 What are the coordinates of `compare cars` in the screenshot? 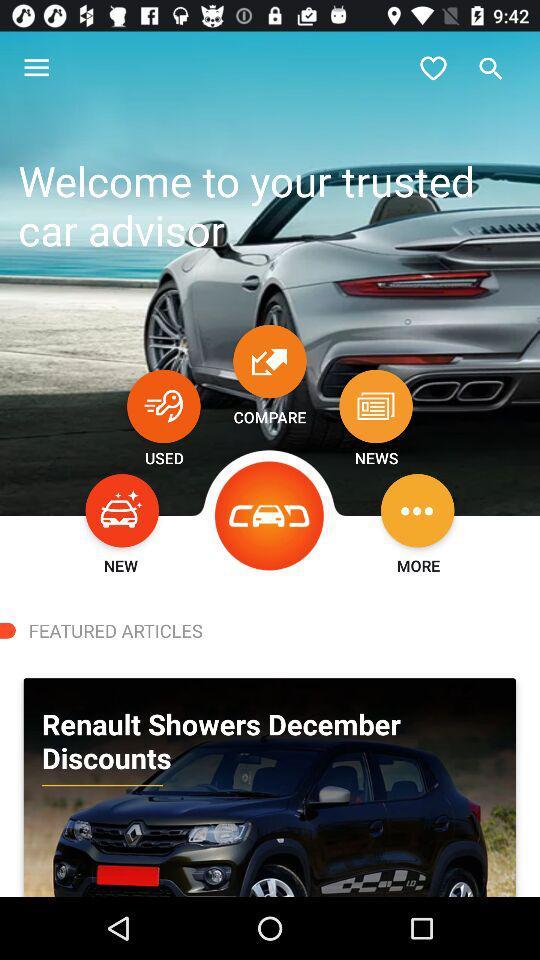 It's located at (270, 360).